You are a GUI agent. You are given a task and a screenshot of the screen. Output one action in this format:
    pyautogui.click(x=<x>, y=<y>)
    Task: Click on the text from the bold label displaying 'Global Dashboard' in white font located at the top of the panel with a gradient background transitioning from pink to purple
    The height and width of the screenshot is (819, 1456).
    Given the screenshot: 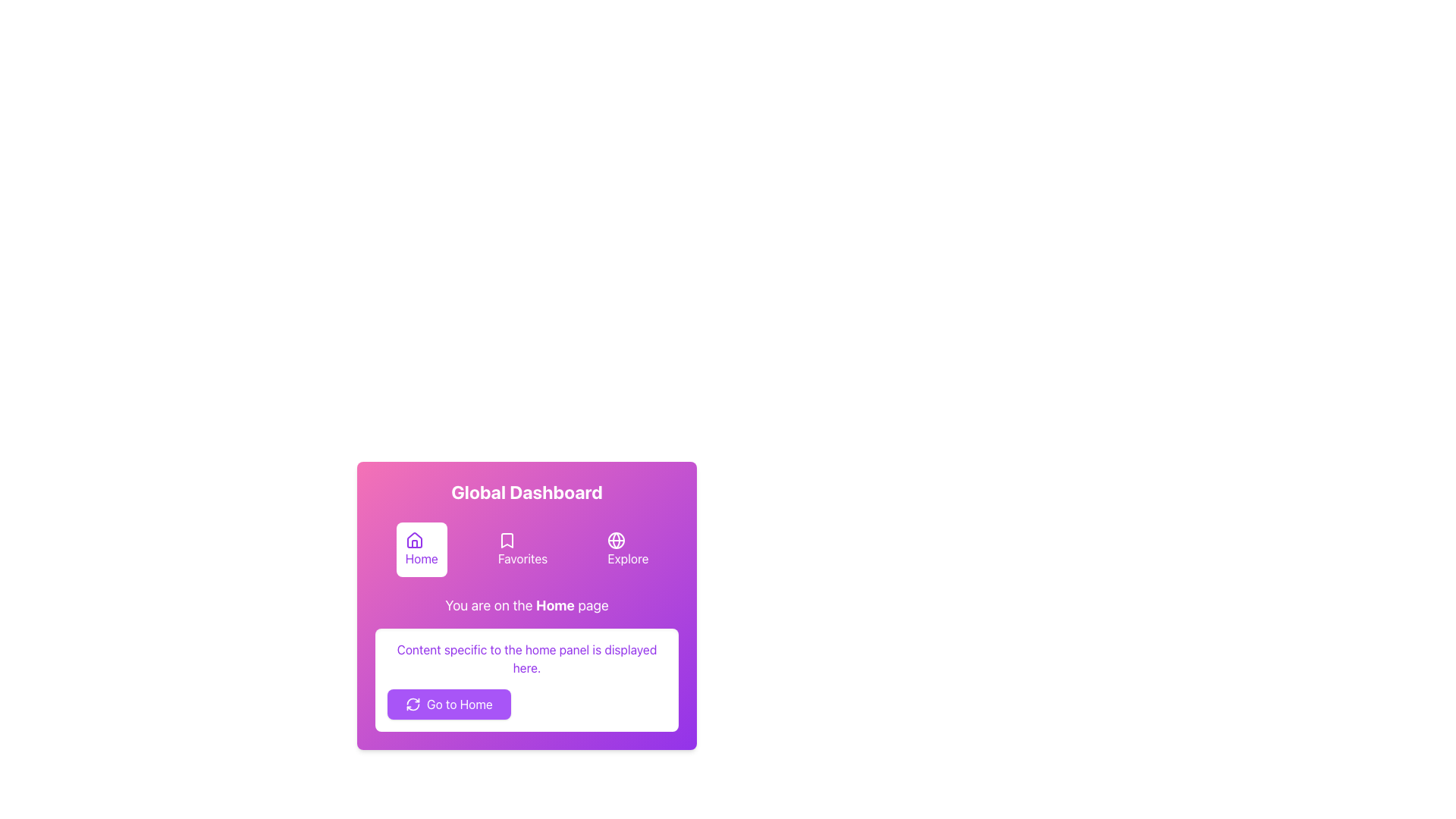 What is the action you would take?
    pyautogui.click(x=527, y=491)
    